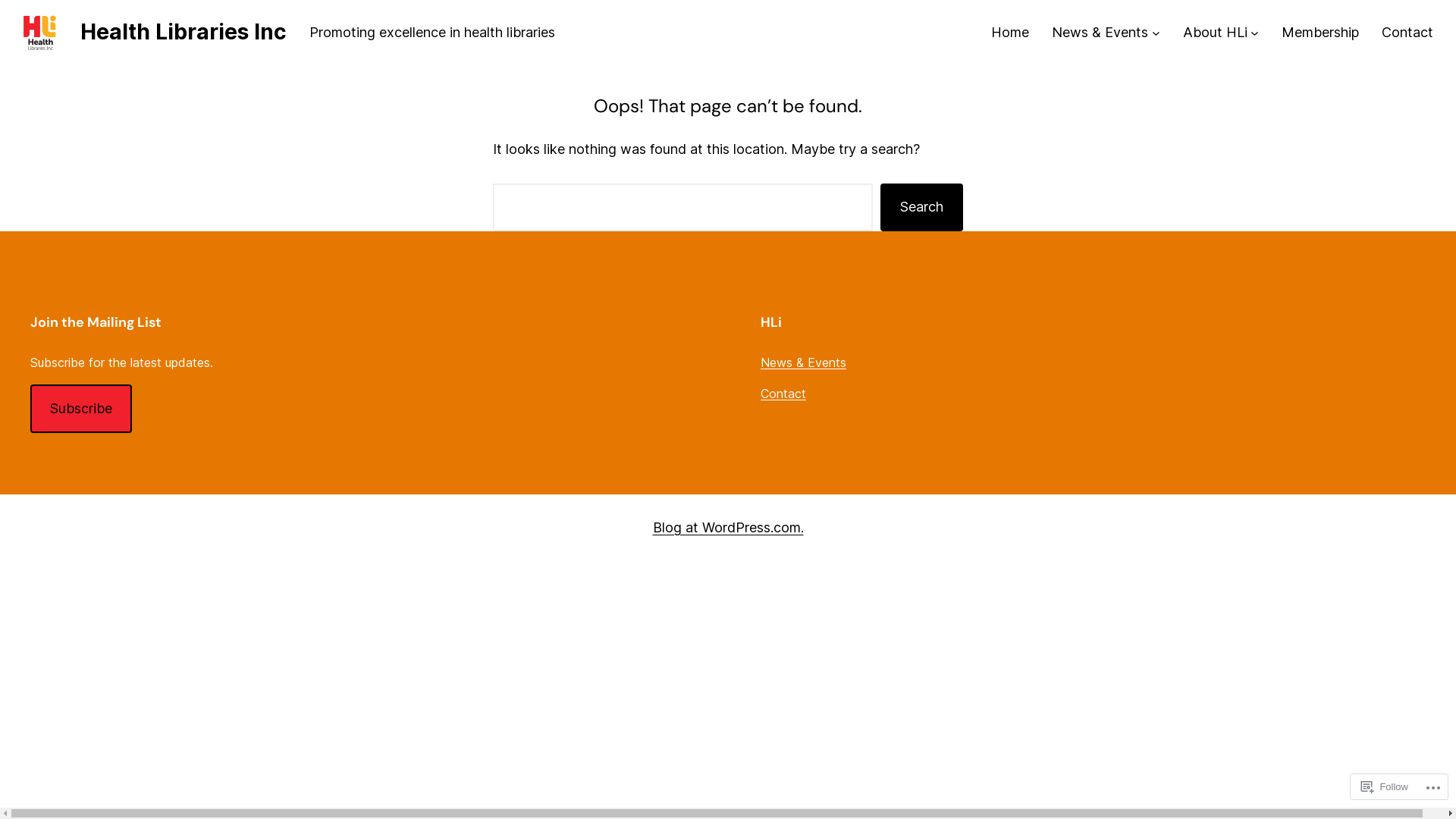 The width and height of the screenshot is (1456, 819). I want to click on 'Subscribe', so click(80, 408).